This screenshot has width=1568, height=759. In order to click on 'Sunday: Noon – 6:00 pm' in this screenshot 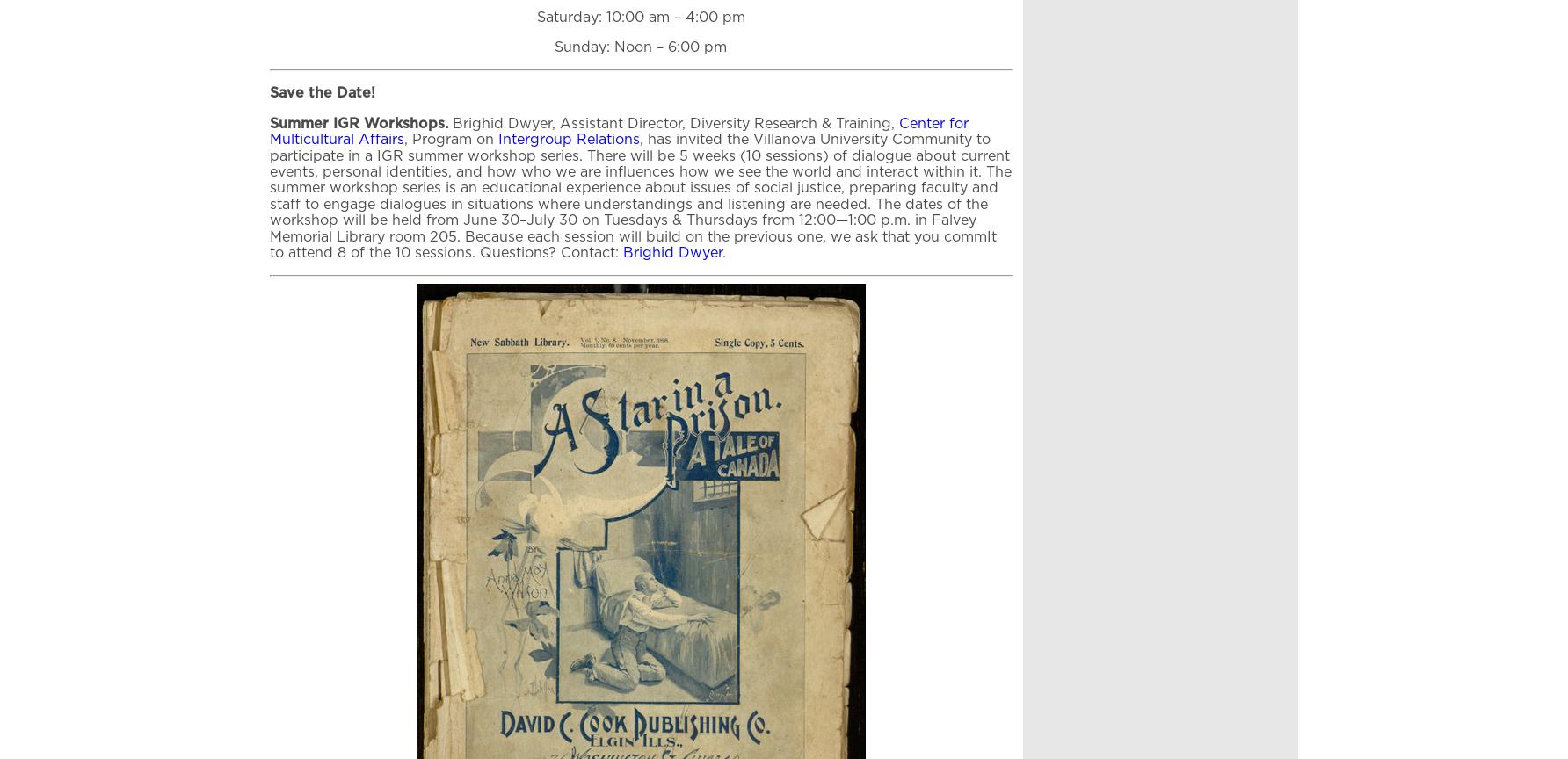, I will do `click(640, 47)`.